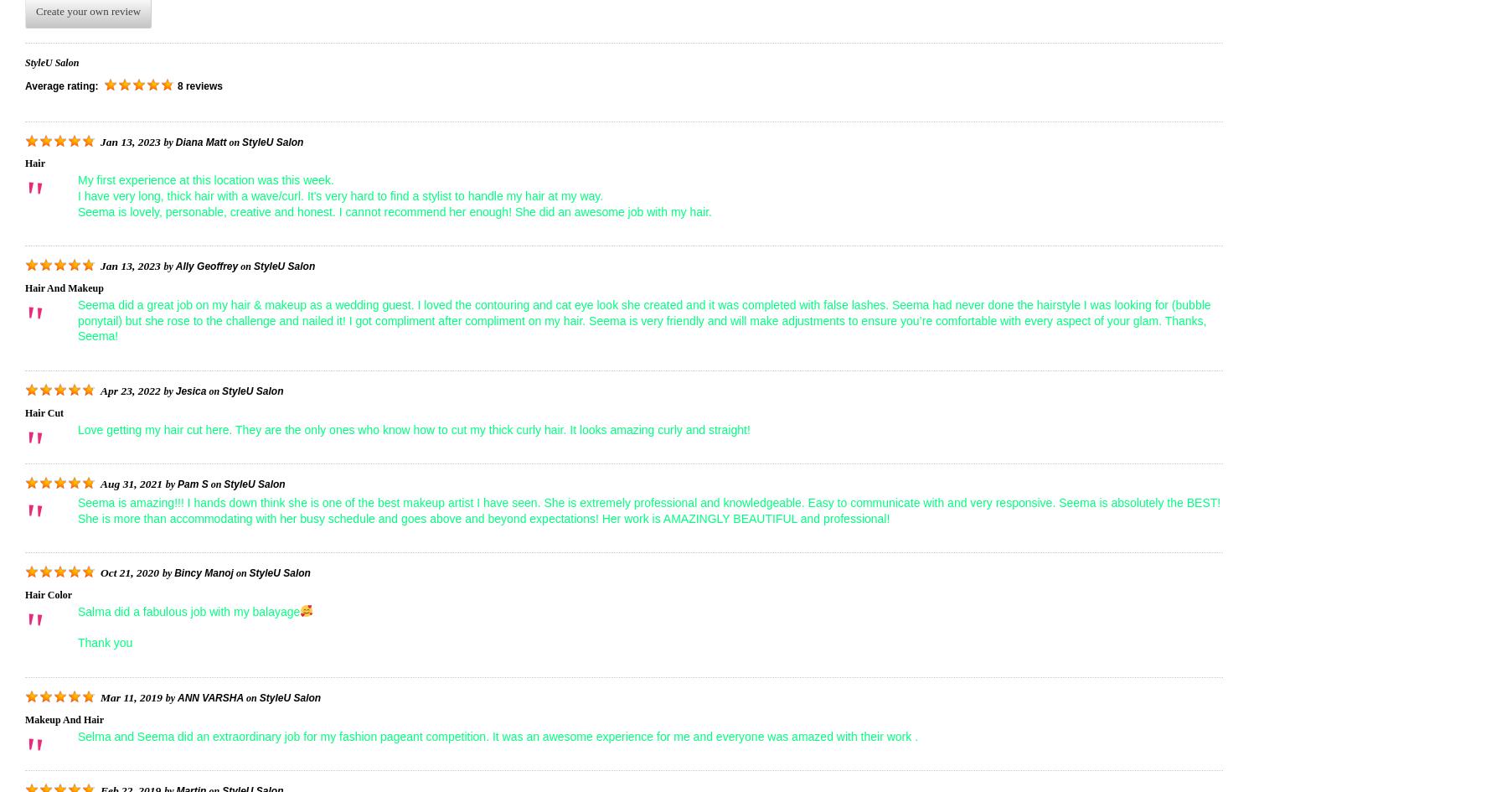  Describe the element at coordinates (177, 696) in the screenshot. I see `'ANN VARSHA'` at that location.